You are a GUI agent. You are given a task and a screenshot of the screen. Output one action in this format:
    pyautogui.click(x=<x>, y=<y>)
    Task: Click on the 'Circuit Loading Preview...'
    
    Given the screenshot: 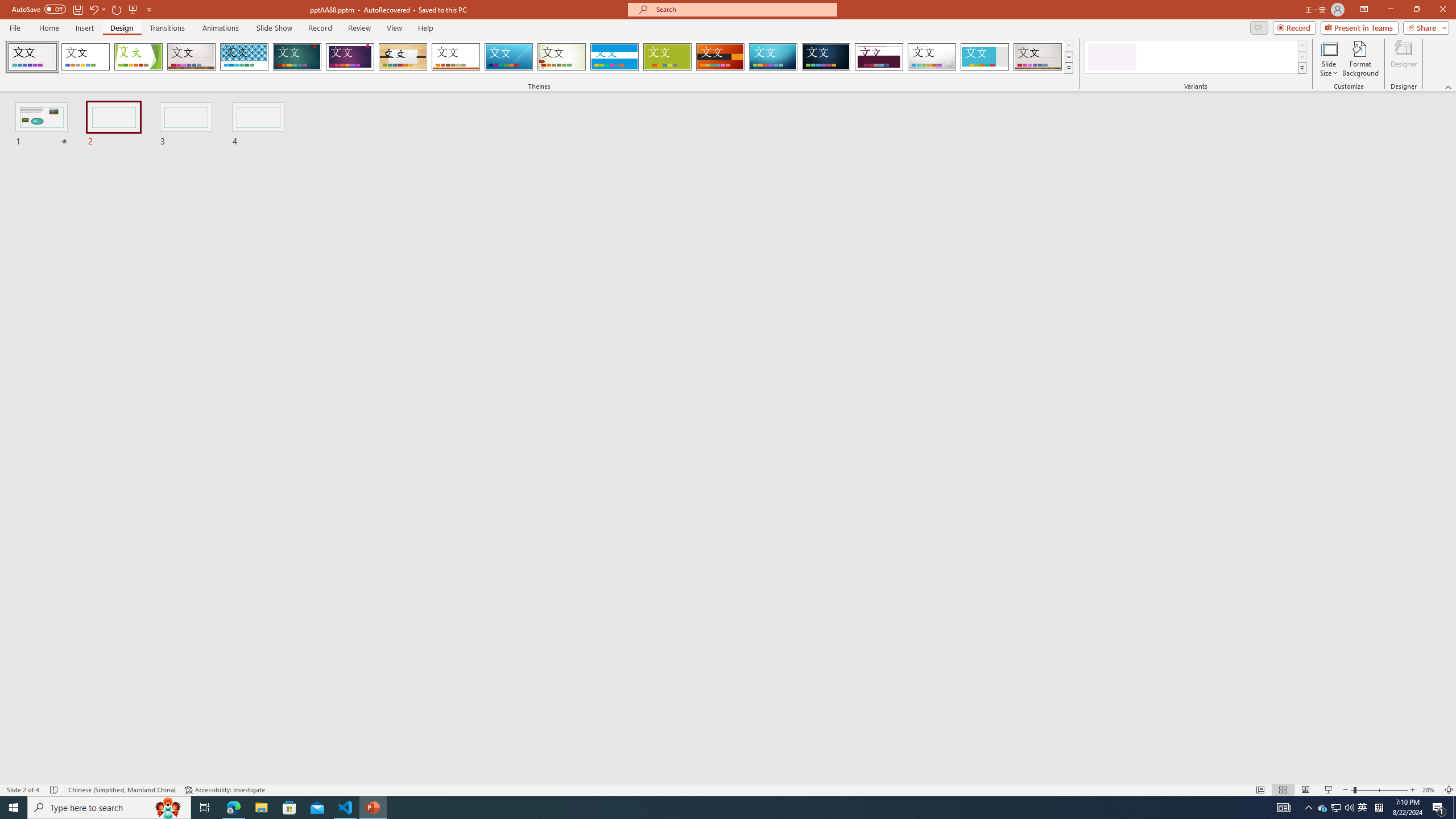 What is the action you would take?
    pyautogui.click(x=772, y=56)
    